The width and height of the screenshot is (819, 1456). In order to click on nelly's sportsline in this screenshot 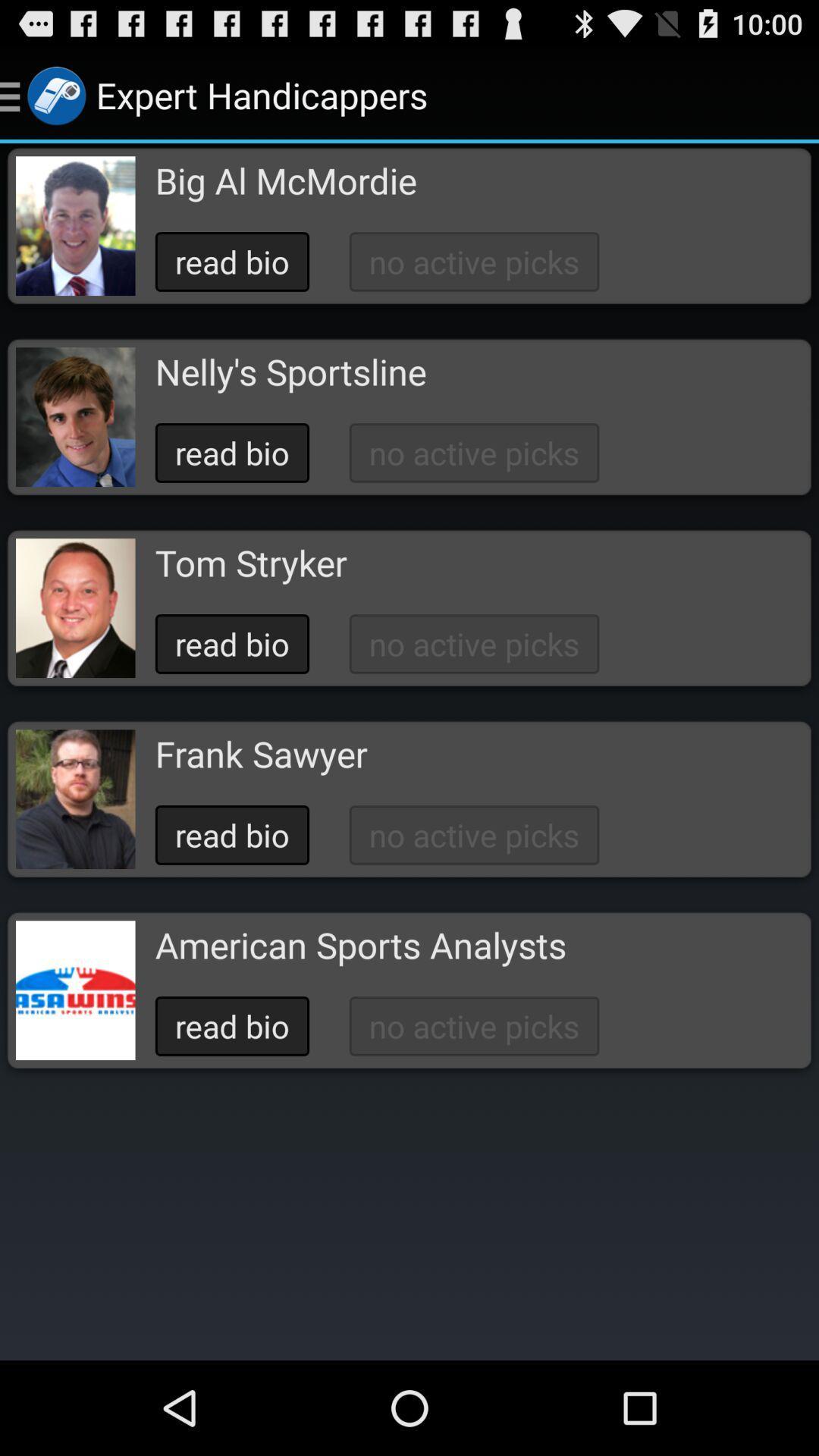, I will do `click(290, 372)`.